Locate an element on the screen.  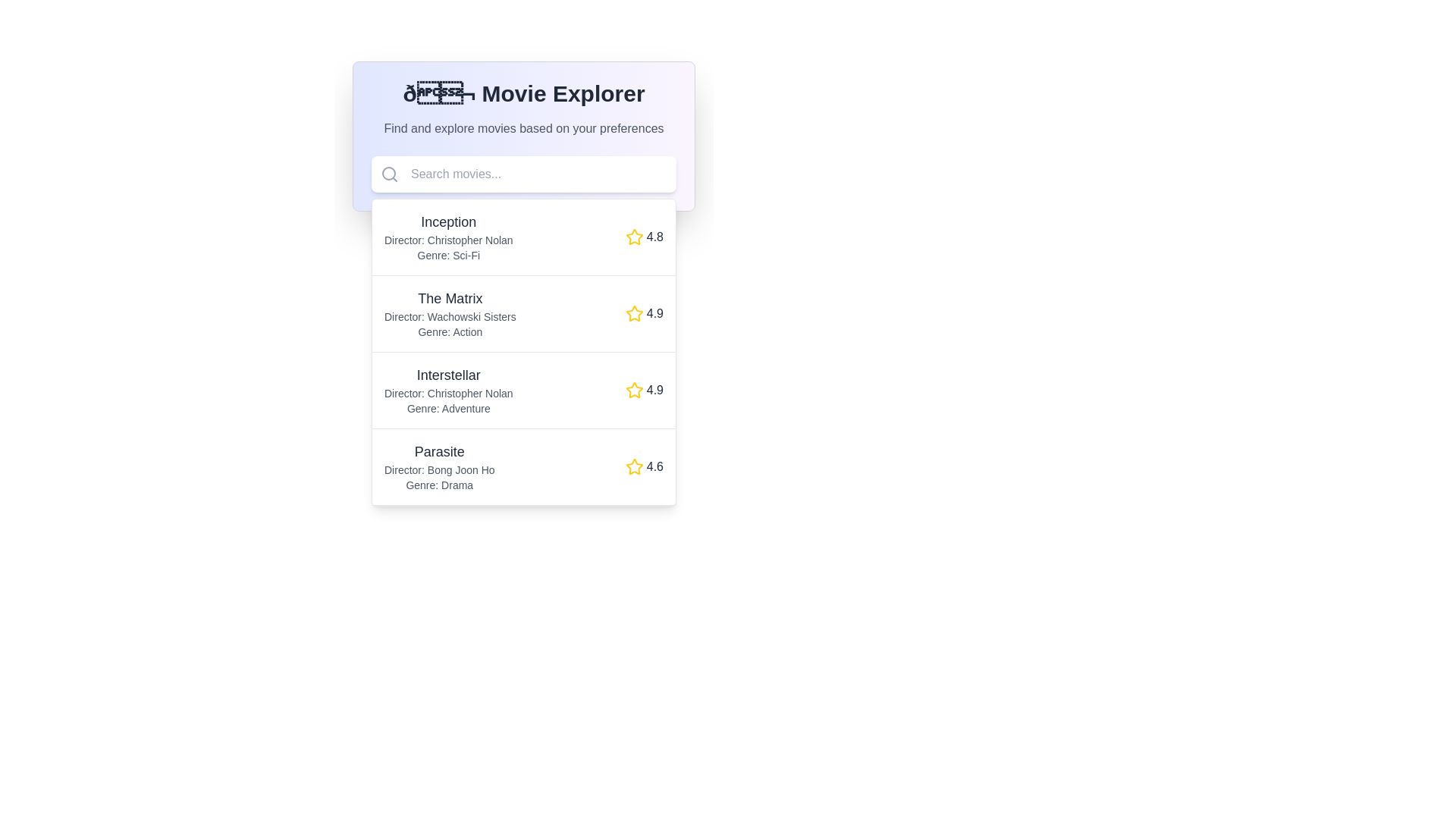
displayed rating from the Rating component (star icon and text) of the fourth movie entry, 'Parasite', located towards the right of the movie list is located at coordinates (644, 466).